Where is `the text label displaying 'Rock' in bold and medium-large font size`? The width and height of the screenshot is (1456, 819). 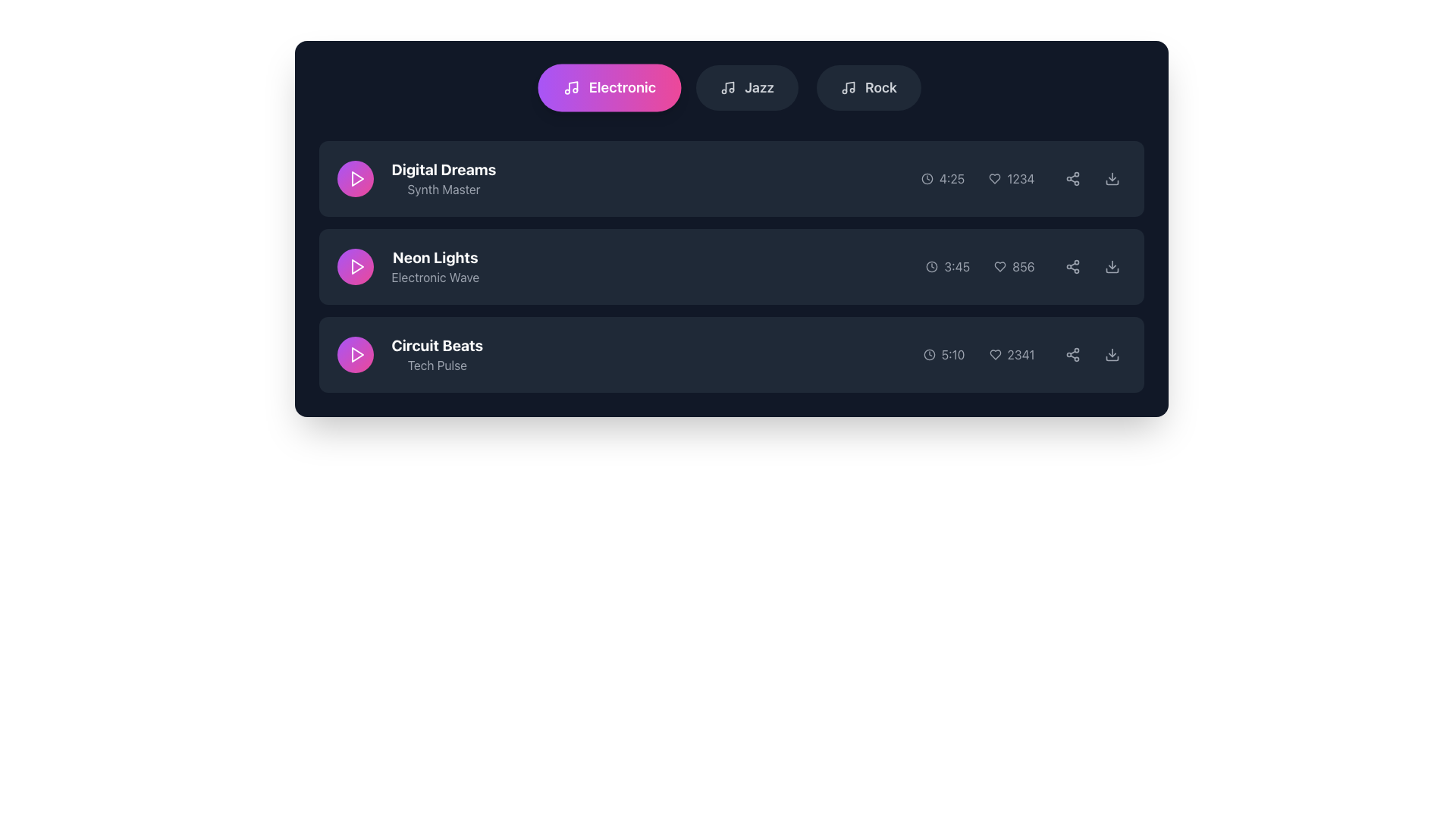 the text label displaying 'Rock' in bold and medium-large font size is located at coordinates (880, 87).